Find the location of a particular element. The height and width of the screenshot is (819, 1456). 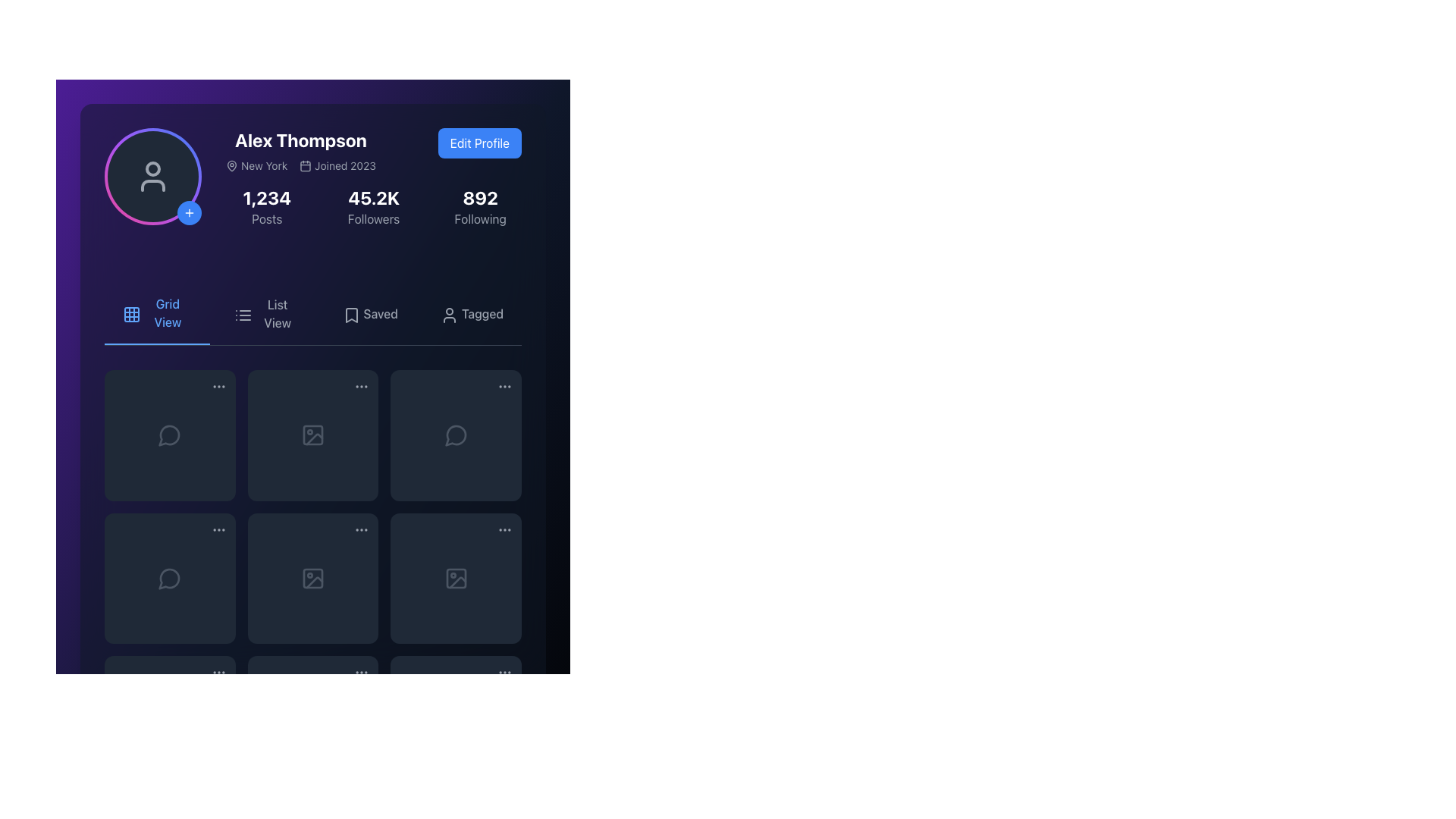

the menu trigger button located in the bottom-right cell of the grid layout is located at coordinates (505, 529).